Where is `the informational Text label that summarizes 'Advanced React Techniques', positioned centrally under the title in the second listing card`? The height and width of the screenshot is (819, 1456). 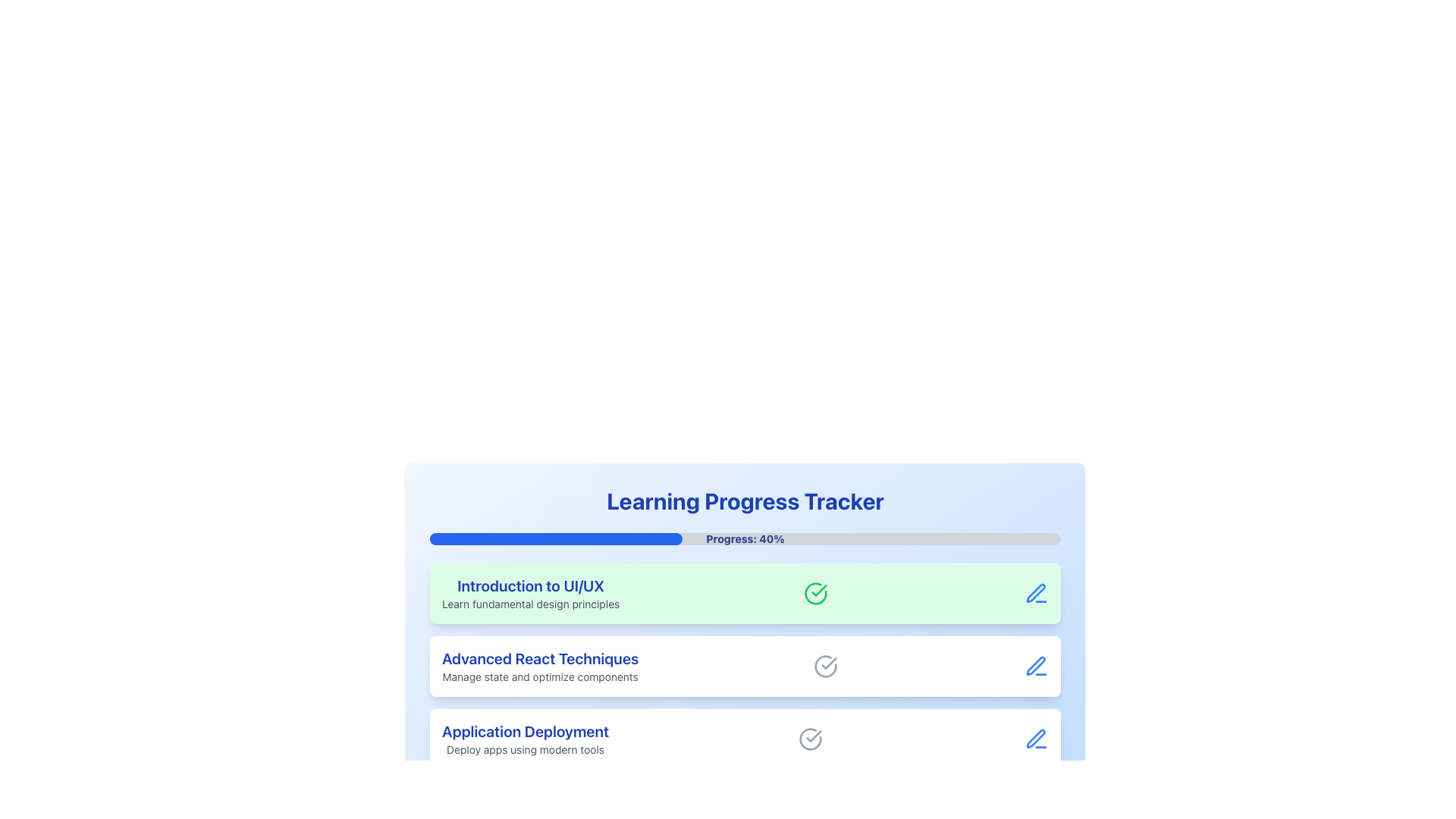 the informational Text label that summarizes 'Advanced React Techniques', positioned centrally under the title in the second listing card is located at coordinates (540, 676).